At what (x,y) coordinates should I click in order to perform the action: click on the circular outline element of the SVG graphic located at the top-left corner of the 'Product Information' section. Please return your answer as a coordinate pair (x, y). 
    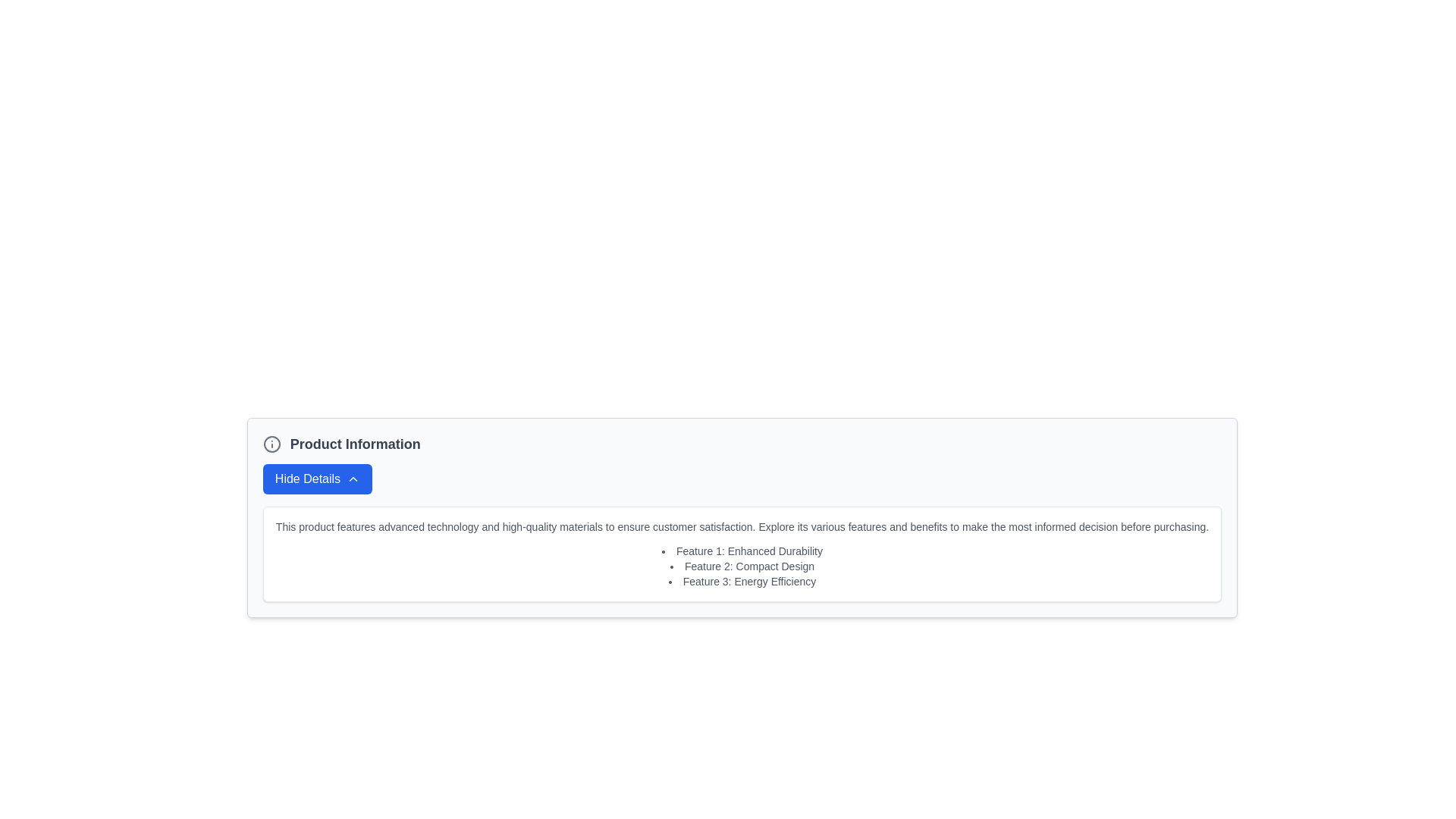
    Looking at the image, I should click on (271, 444).